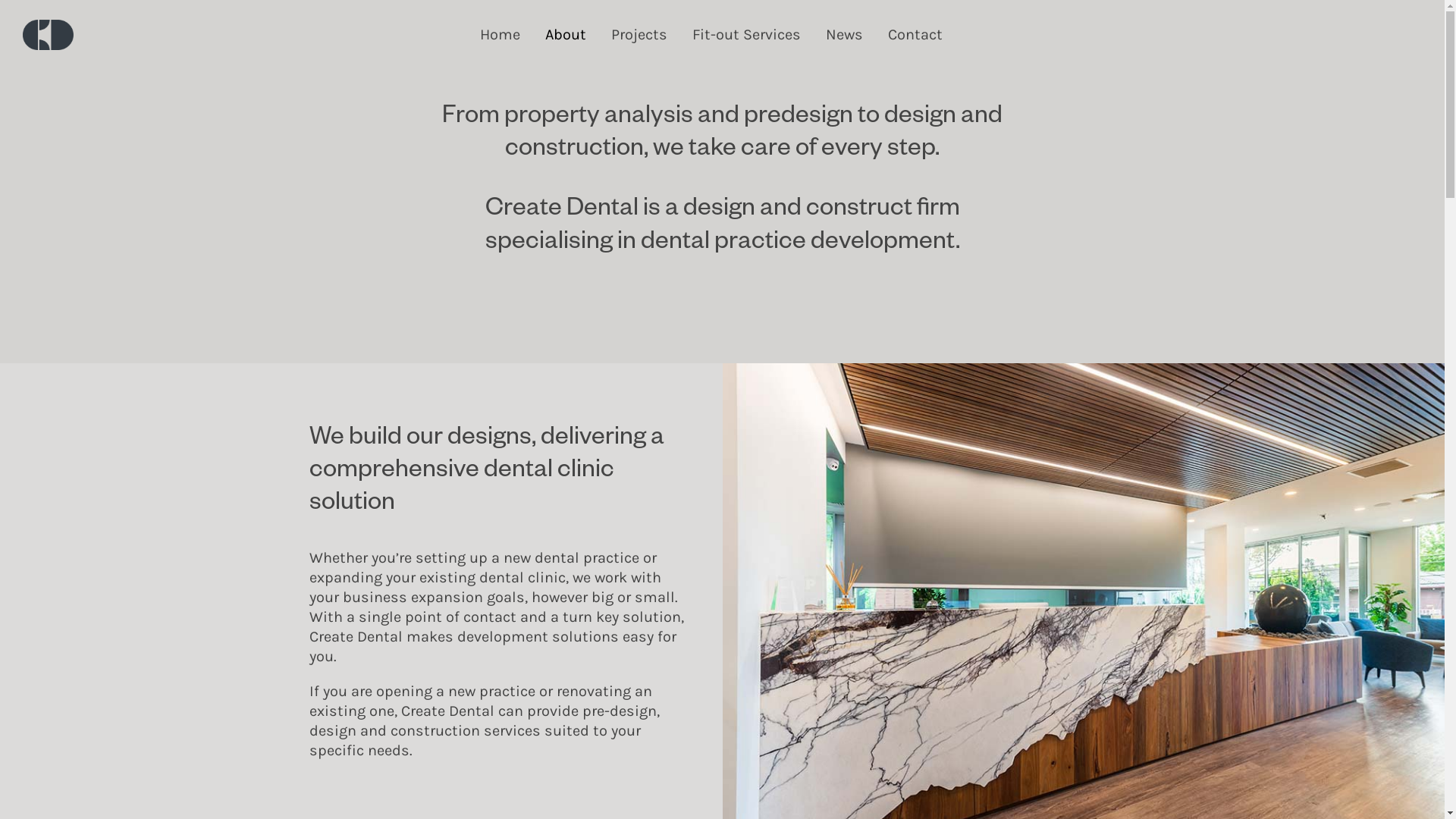 The height and width of the screenshot is (819, 1456). Describe the element at coordinates (479, 34) in the screenshot. I see `'Home'` at that location.